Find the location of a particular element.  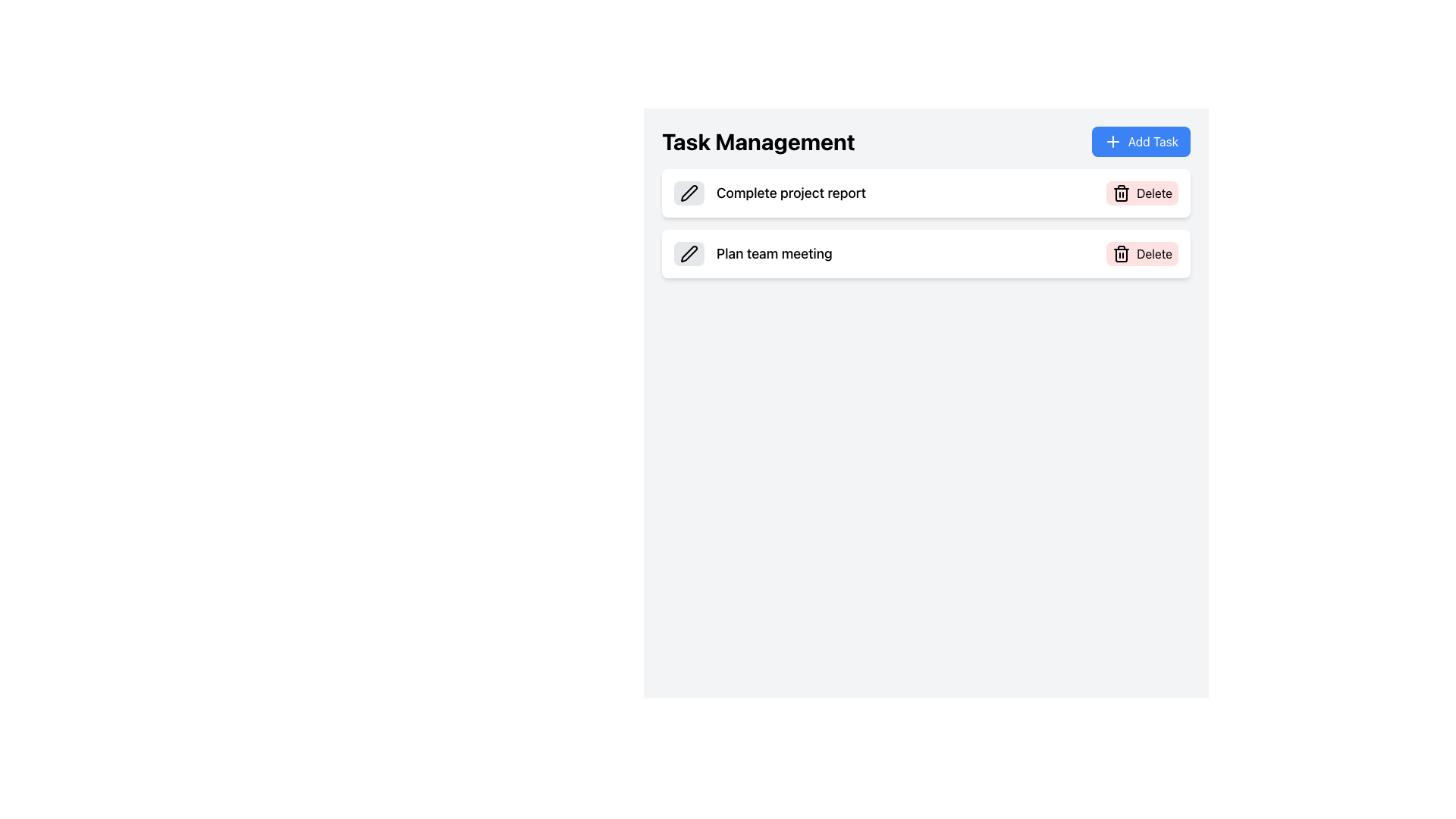

the delete button for the task 'Plan team meeting' to observe the hover effect is located at coordinates (1142, 253).